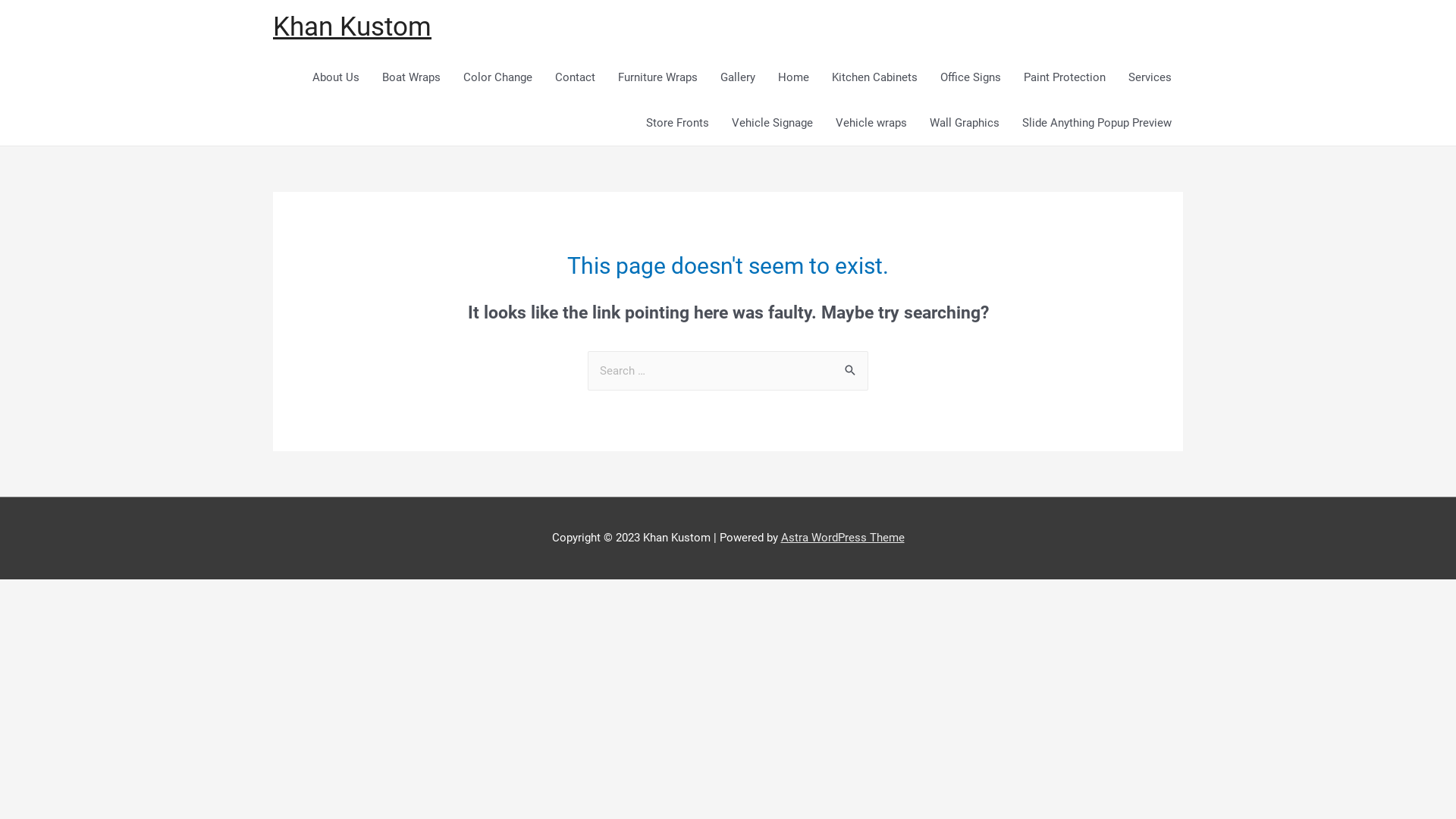 The width and height of the screenshot is (1456, 819). I want to click on 'Search', so click(851, 366).